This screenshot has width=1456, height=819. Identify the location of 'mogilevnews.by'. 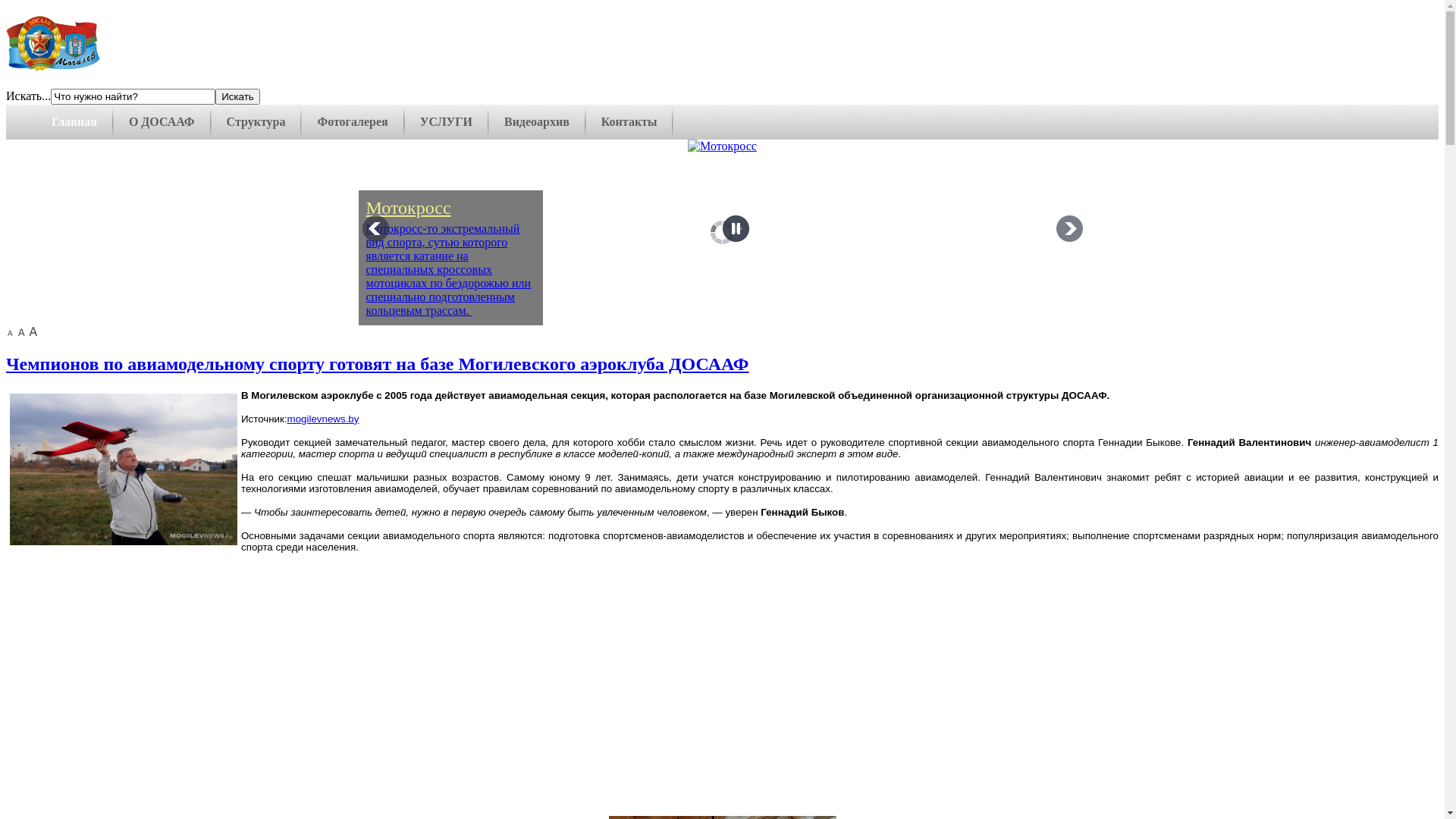
(322, 419).